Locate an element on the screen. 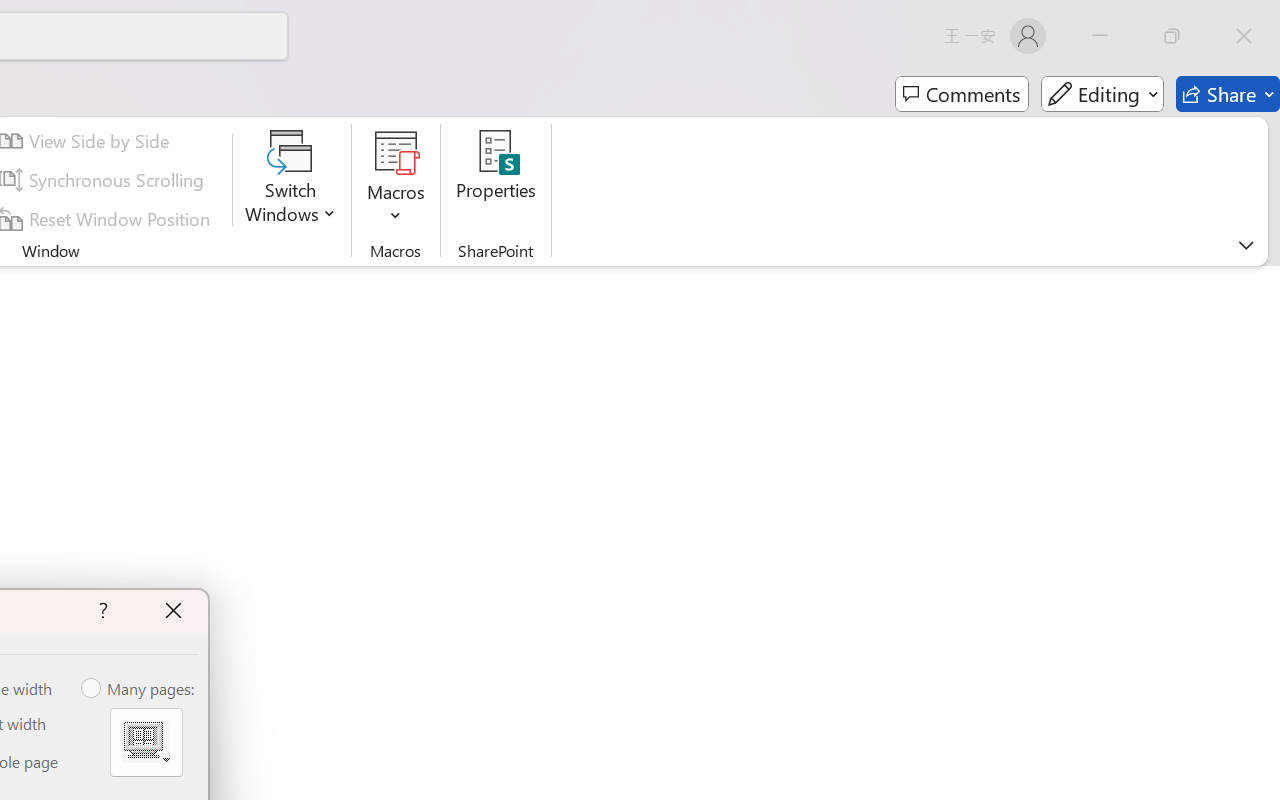  'Properties' is located at coordinates (496, 179).